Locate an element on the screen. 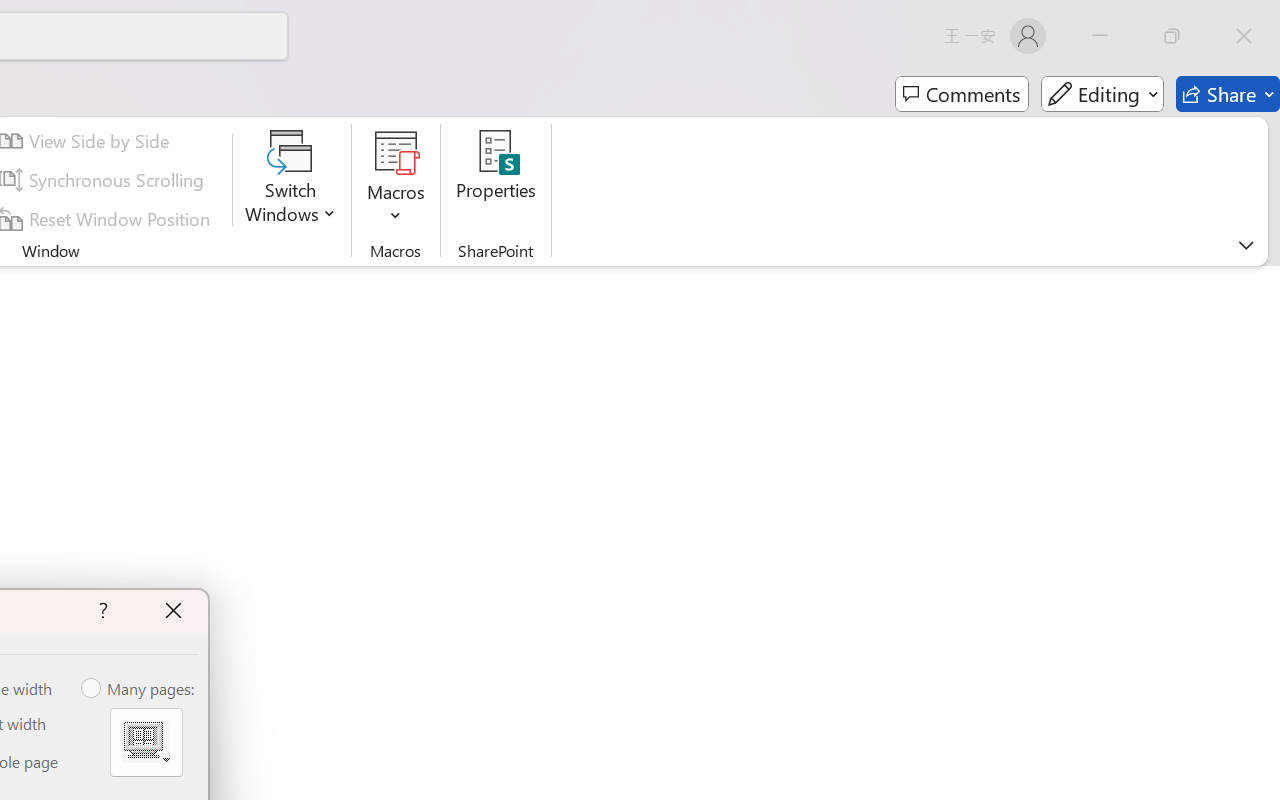  'Properties' is located at coordinates (496, 179).